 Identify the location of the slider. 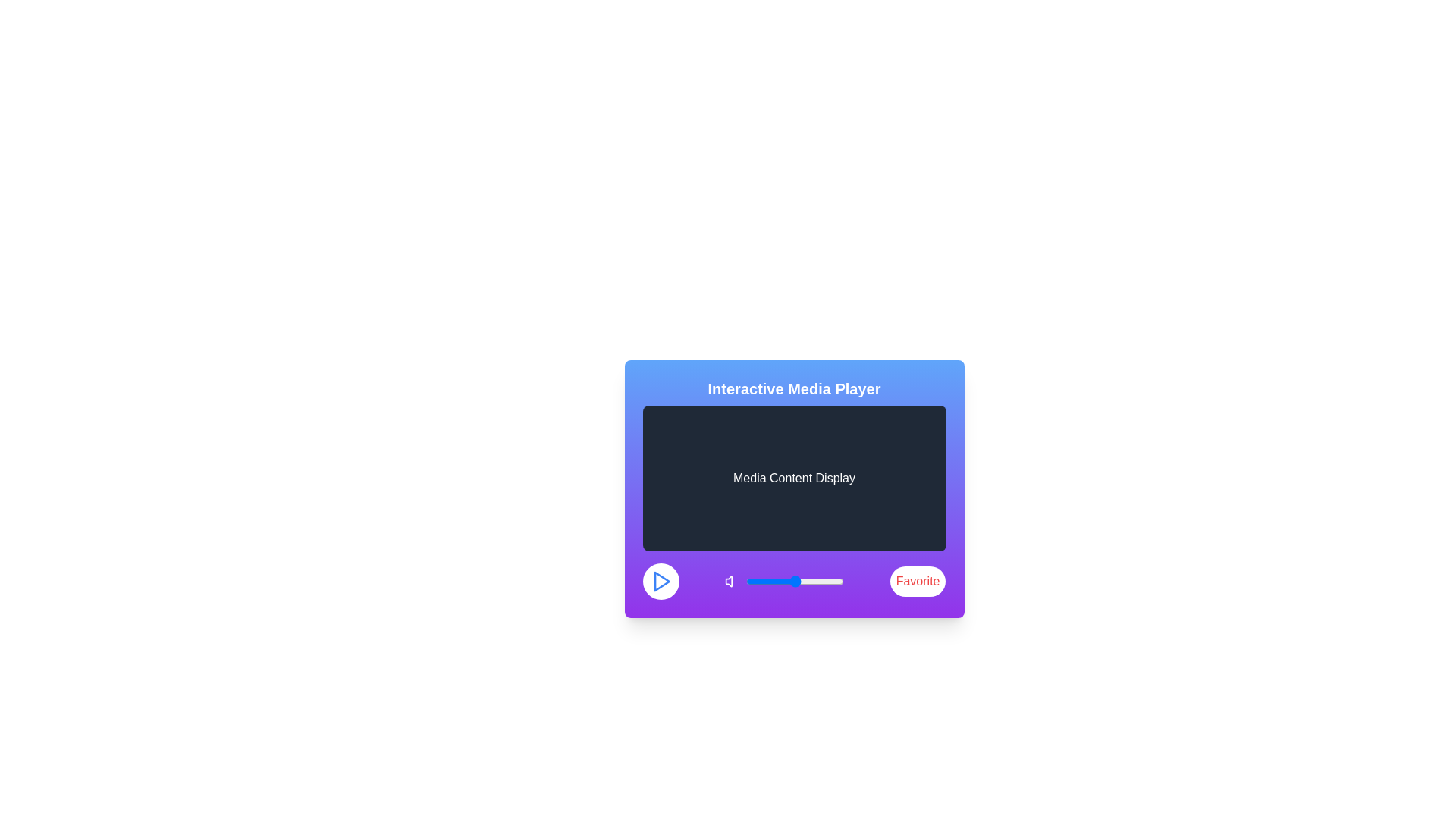
(798, 581).